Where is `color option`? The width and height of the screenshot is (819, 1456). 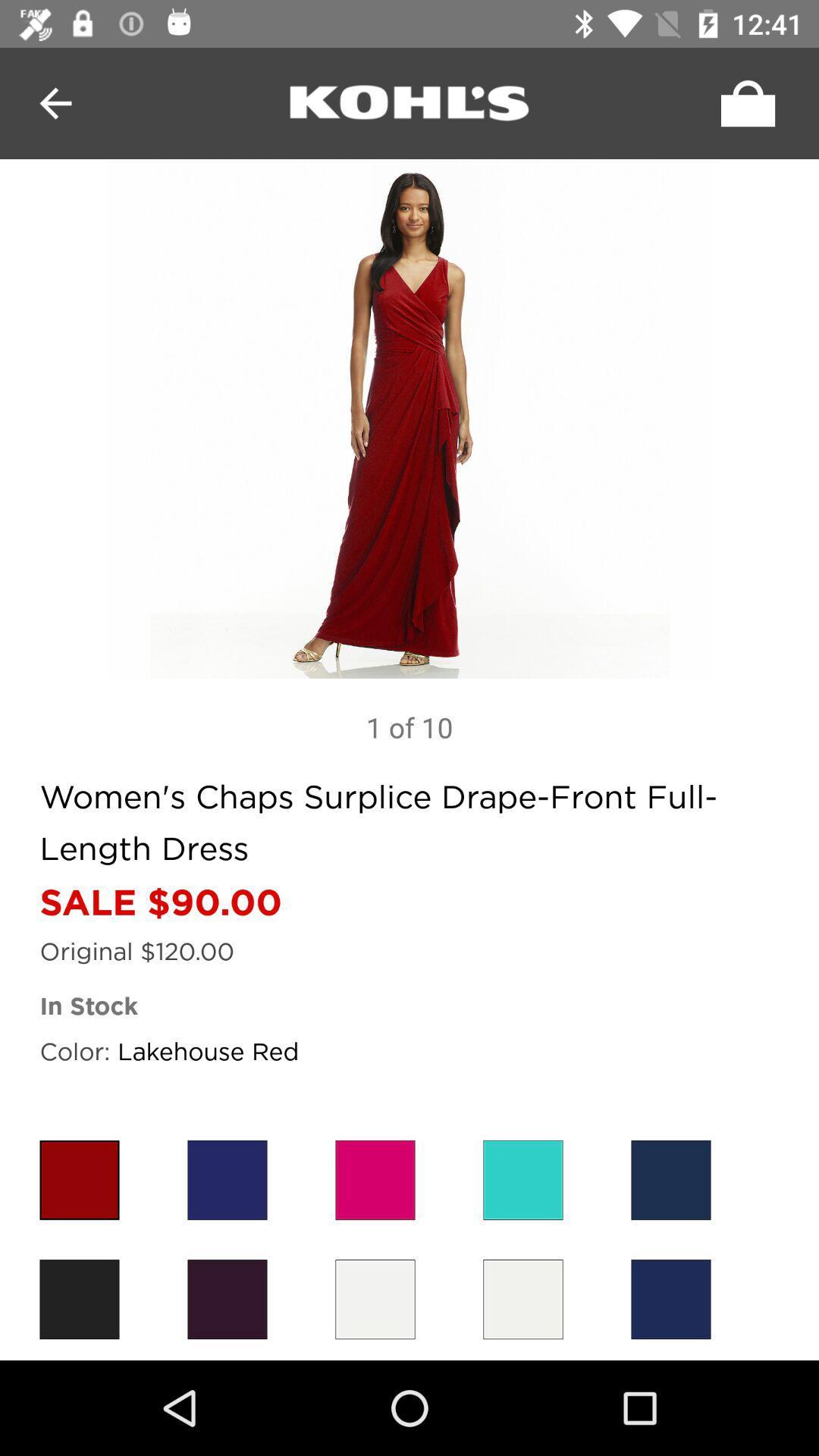
color option is located at coordinates (670, 1298).